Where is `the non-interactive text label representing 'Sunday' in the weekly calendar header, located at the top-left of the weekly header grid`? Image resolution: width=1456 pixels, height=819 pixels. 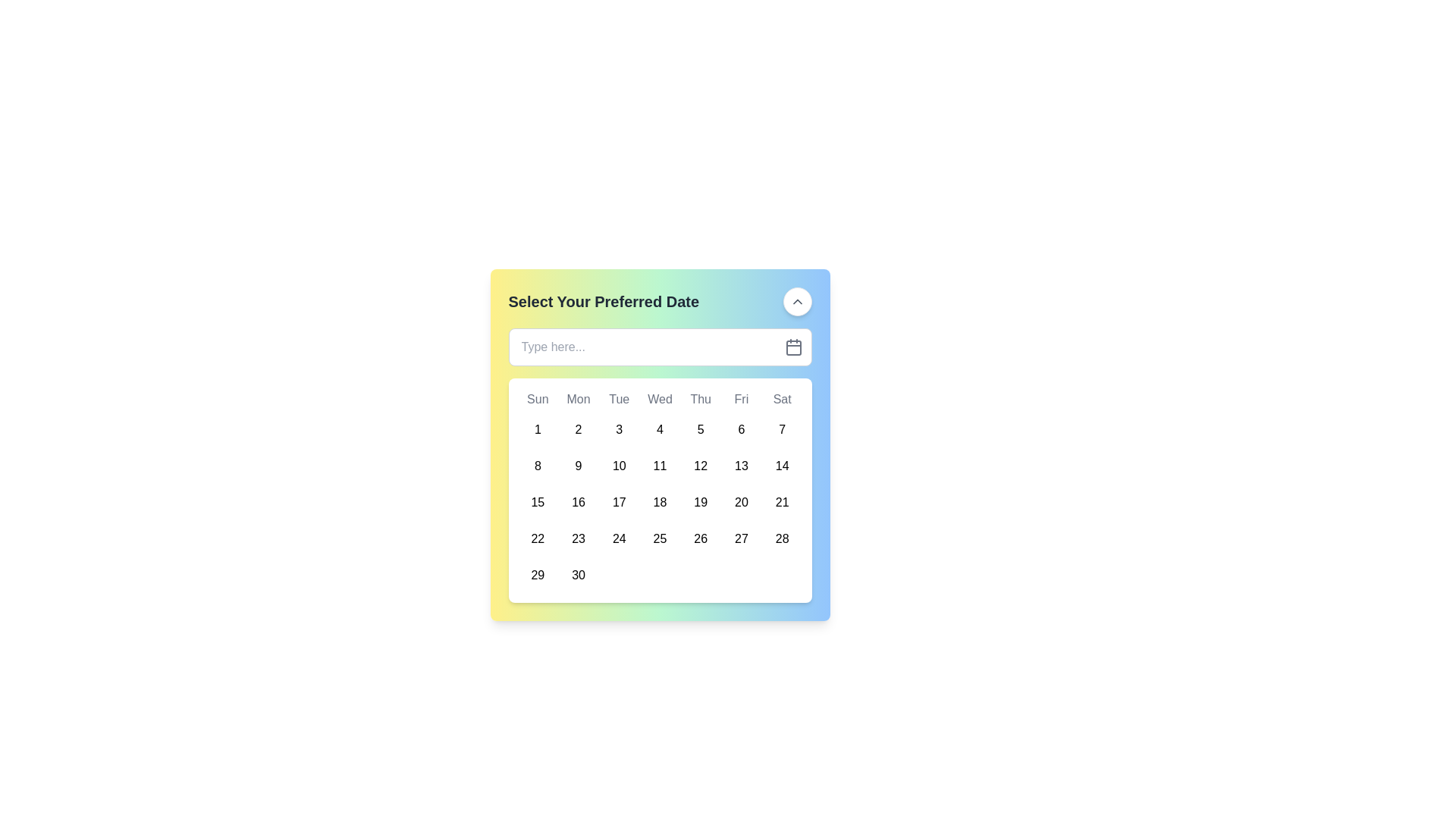 the non-interactive text label representing 'Sunday' in the weekly calendar header, located at the top-left of the weekly header grid is located at coordinates (538, 399).